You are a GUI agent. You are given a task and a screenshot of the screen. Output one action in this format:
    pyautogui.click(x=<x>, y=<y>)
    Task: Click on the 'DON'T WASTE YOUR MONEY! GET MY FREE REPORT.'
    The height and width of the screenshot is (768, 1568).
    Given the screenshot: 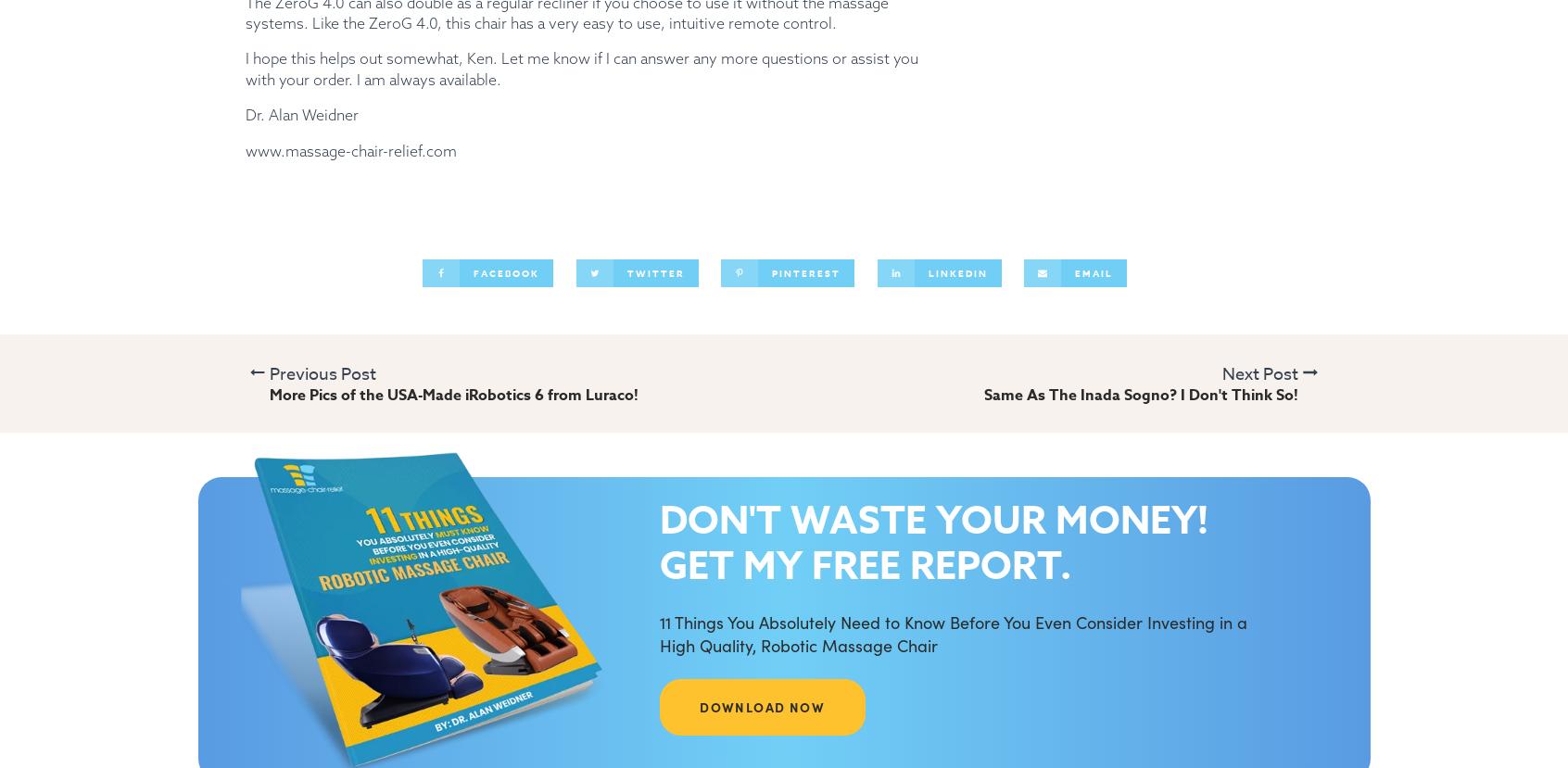 What is the action you would take?
    pyautogui.click(x=932, y=542)
    